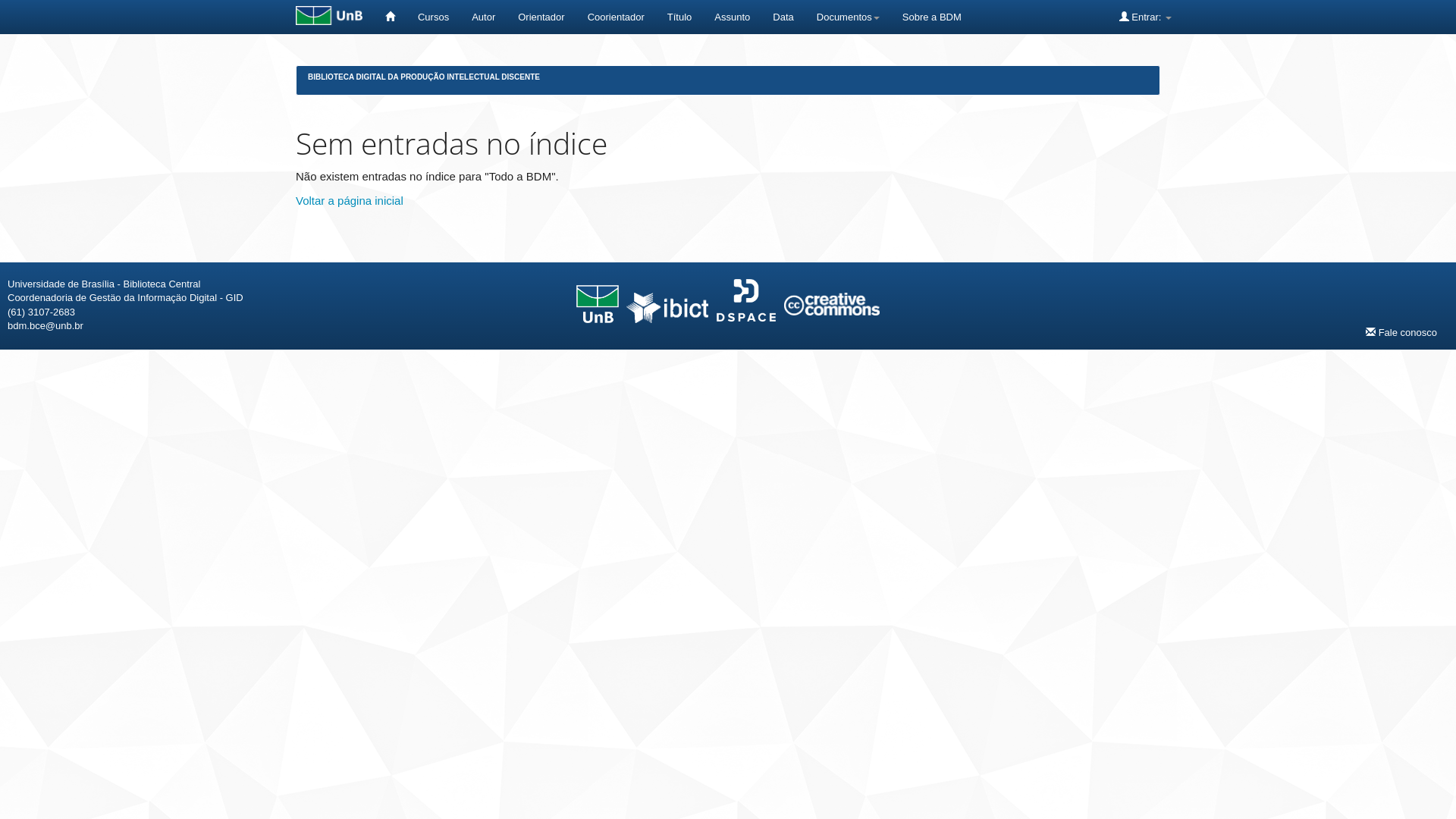 The height and width of the screenshot is (819, 1456). I want to click on 'Cursos', so click(432, 17).